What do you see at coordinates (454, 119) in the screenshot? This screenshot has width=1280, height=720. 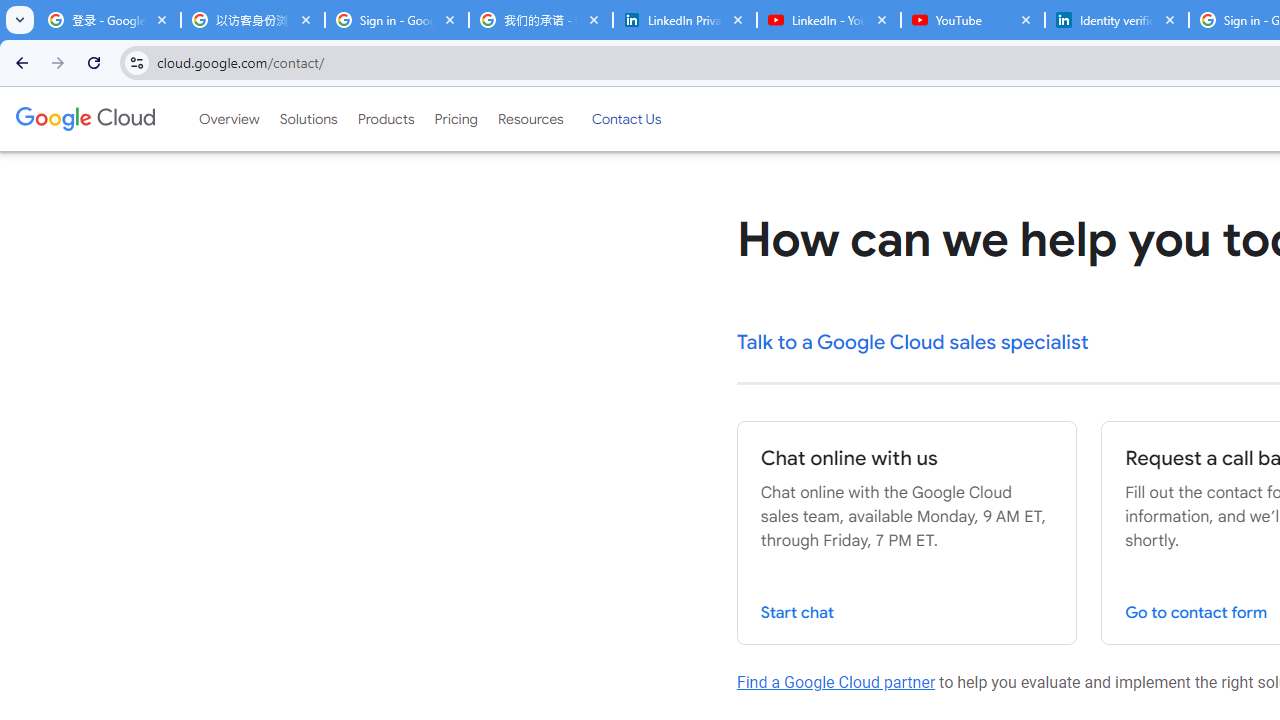 I see `'Pricing'` at bounding box center [454, 119].